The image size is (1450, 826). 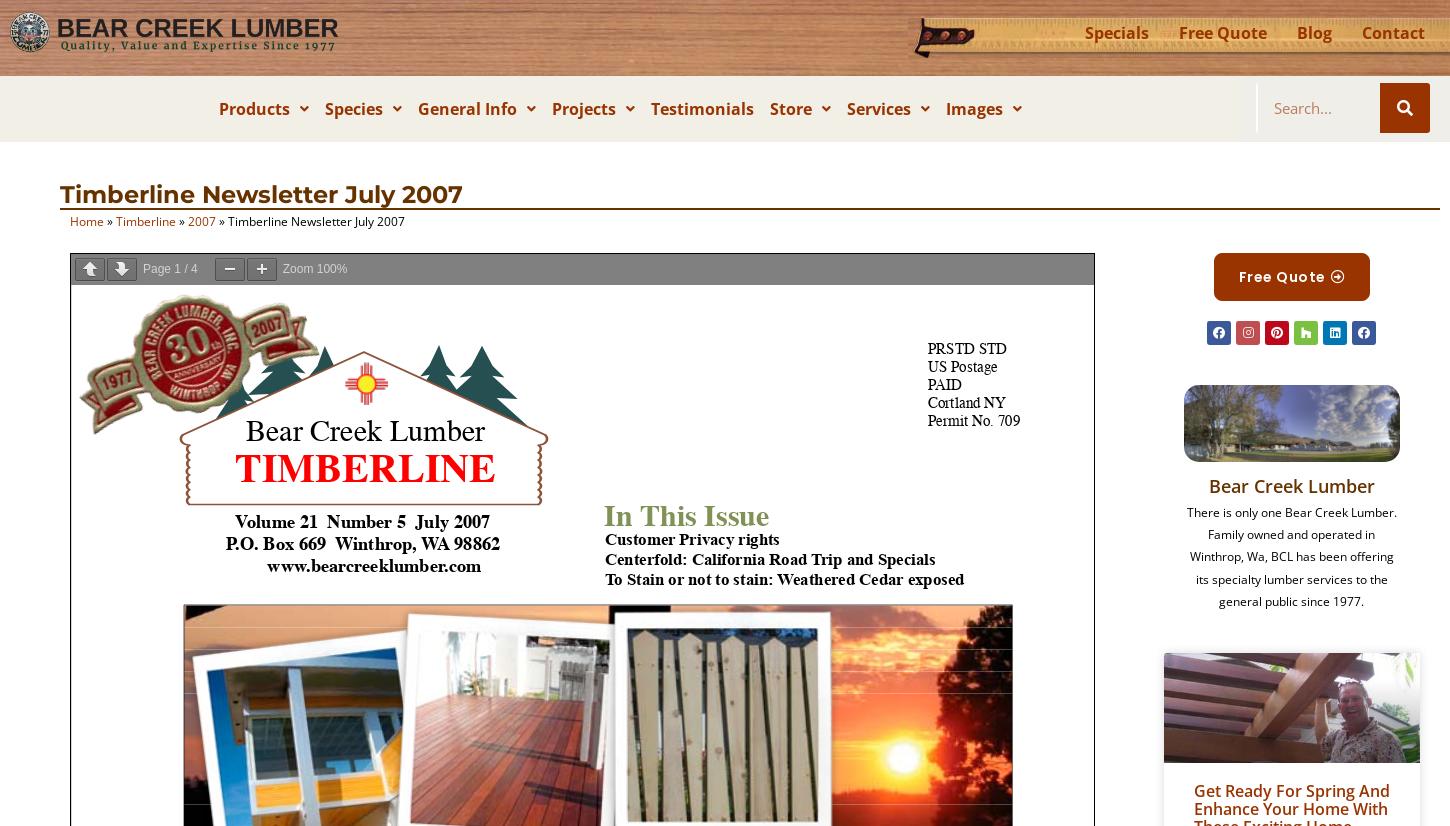 I want to click on '100%', so click(x=331, y=267).